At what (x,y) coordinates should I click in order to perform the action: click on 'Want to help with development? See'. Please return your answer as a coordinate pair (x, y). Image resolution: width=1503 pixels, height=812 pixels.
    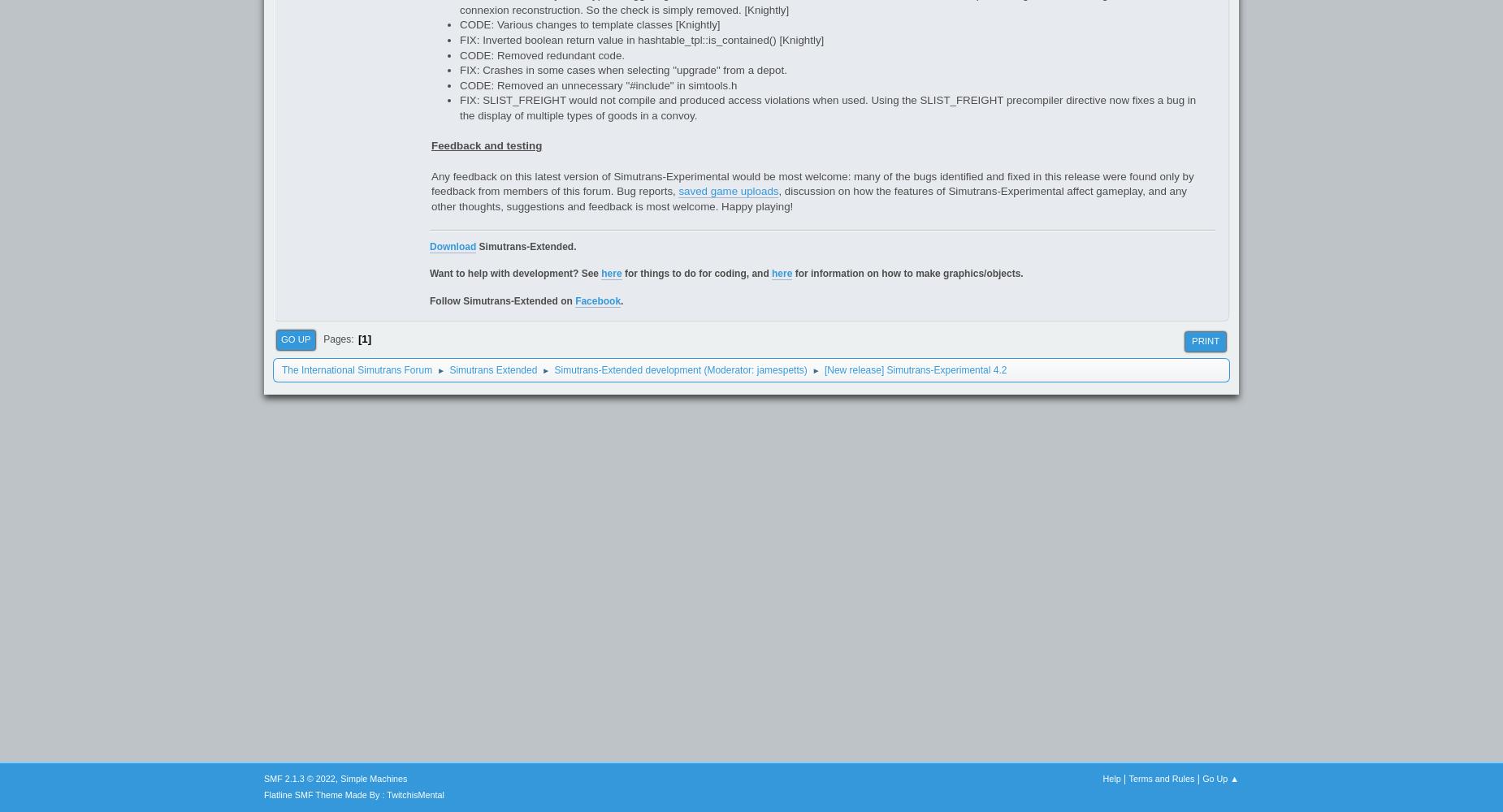
    Looking at the image, I should click on (515, 273).